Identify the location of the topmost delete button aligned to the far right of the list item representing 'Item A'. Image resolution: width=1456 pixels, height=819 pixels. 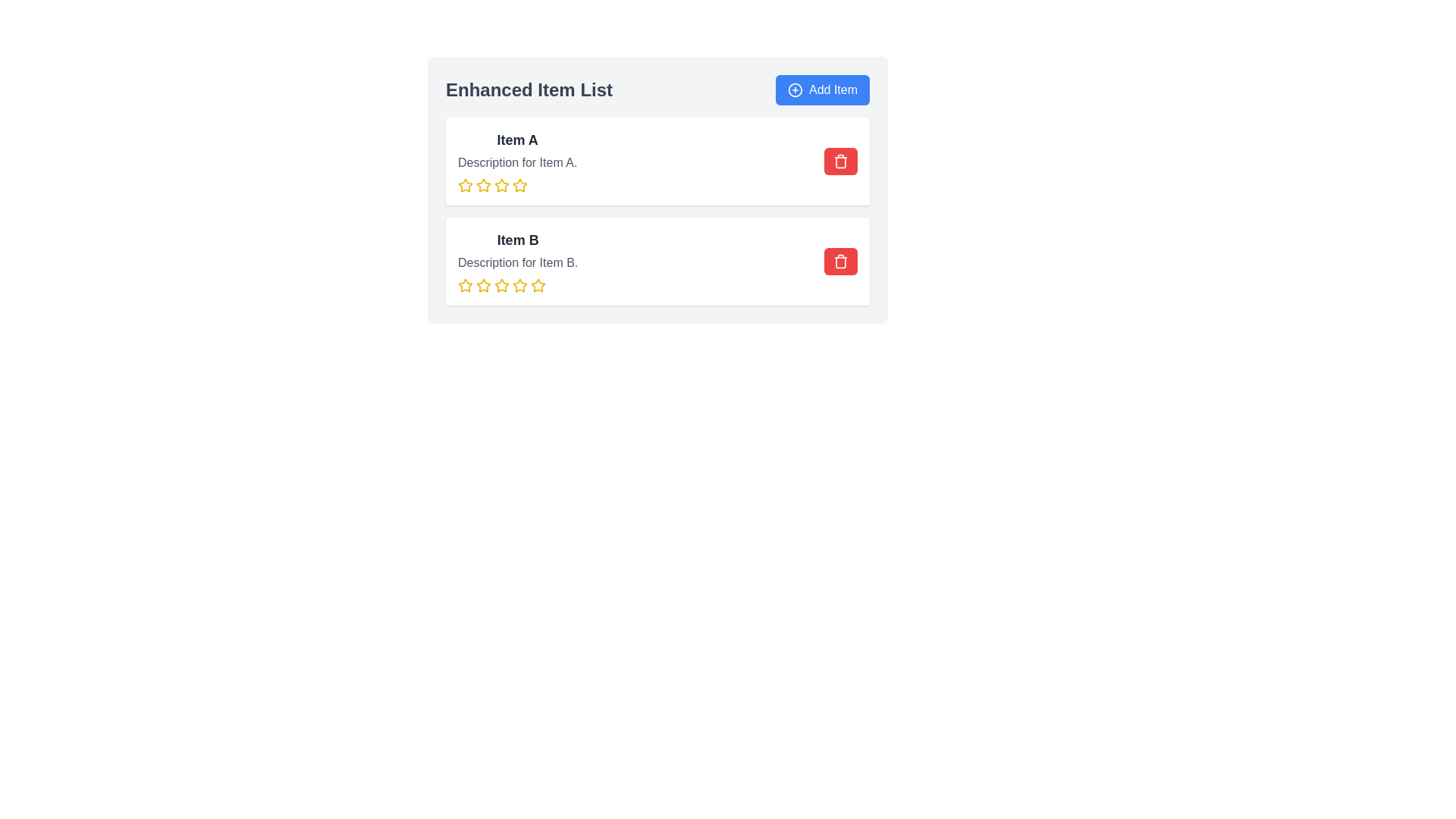
(839, 161).